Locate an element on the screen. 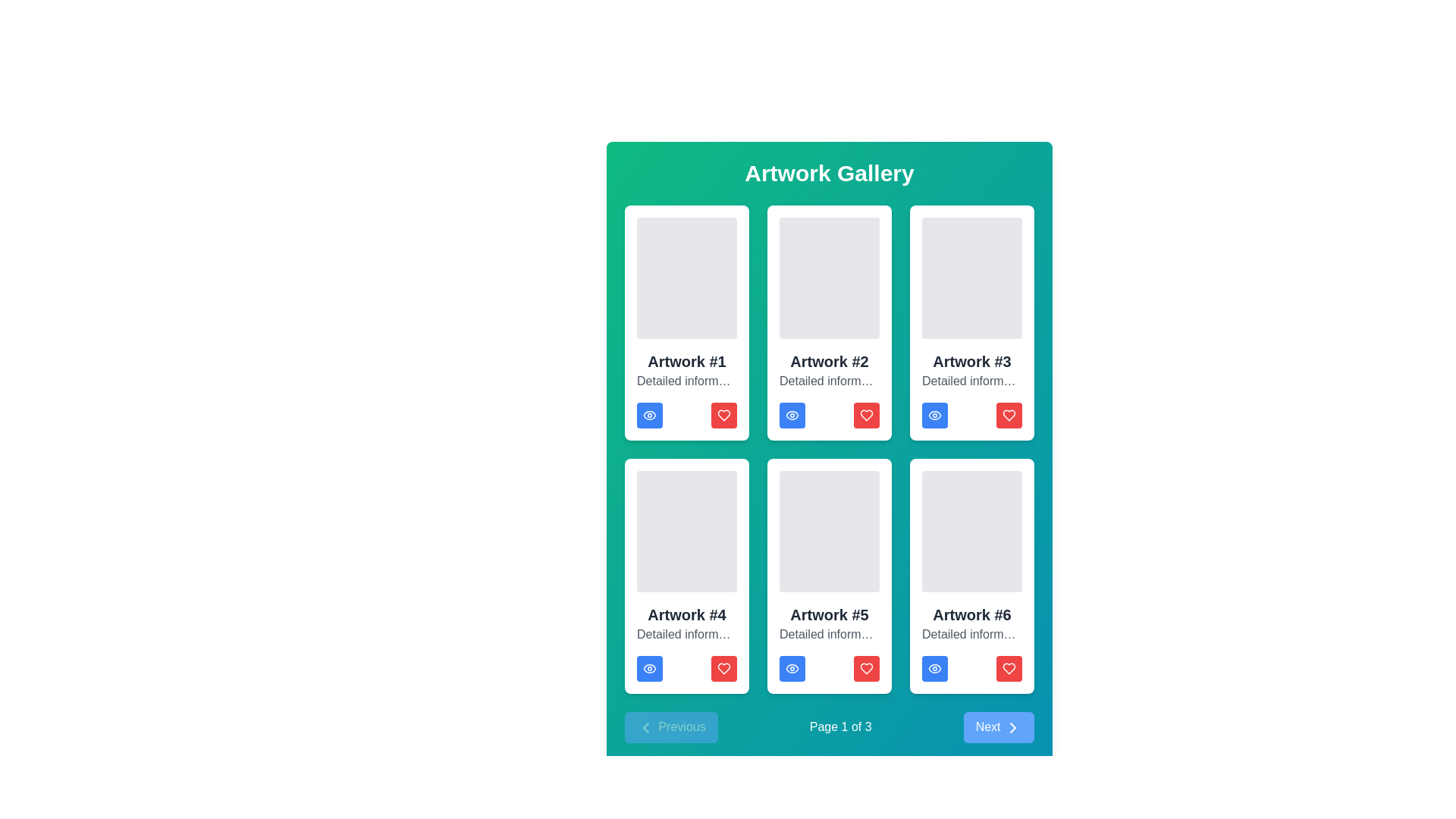  the eye-shaped icon embedded within the blue button beneath the card labeled 'Artwork #3' in the grid layout is located at coordinates (934, 415).